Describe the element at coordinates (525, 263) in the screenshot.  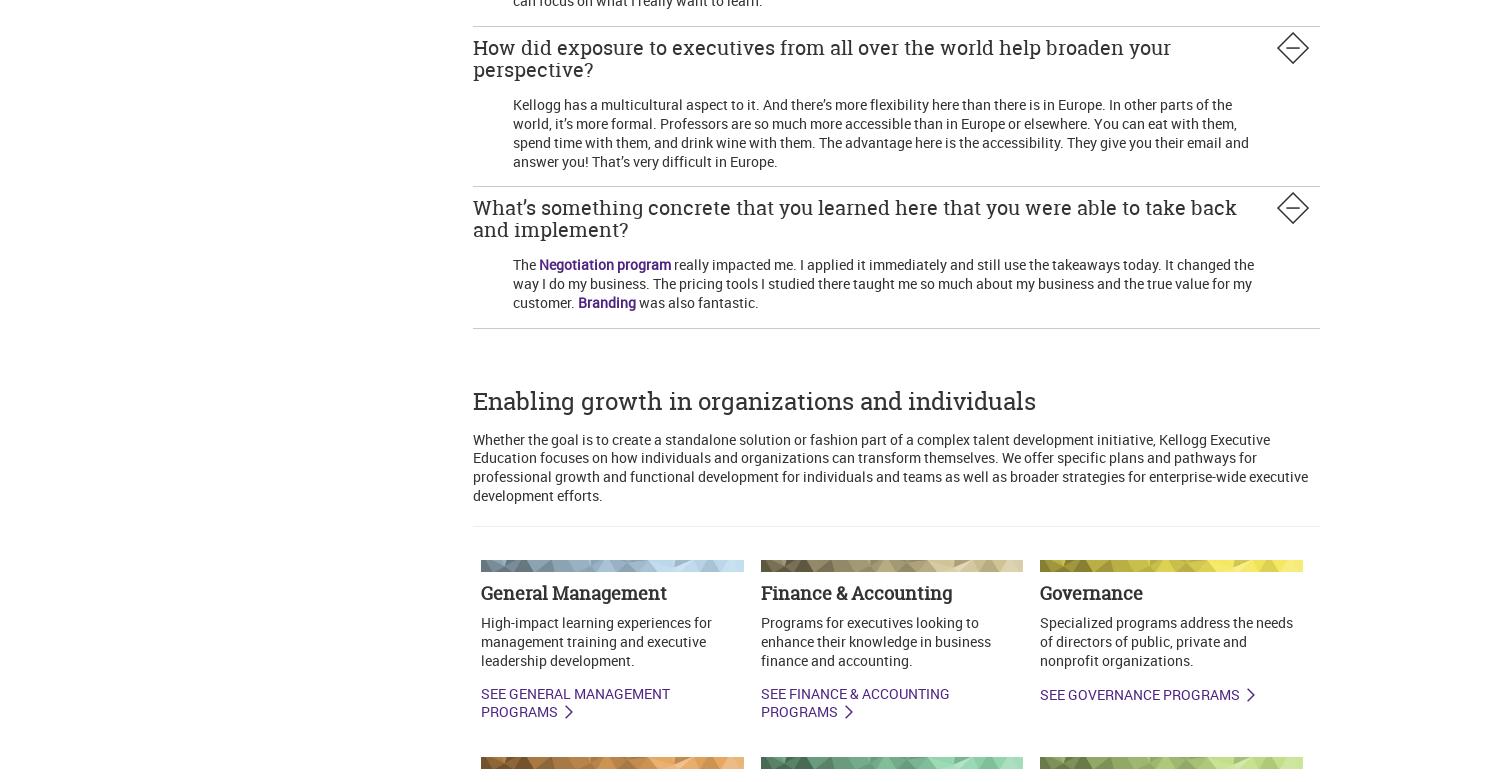
I see `'The'` at that location.